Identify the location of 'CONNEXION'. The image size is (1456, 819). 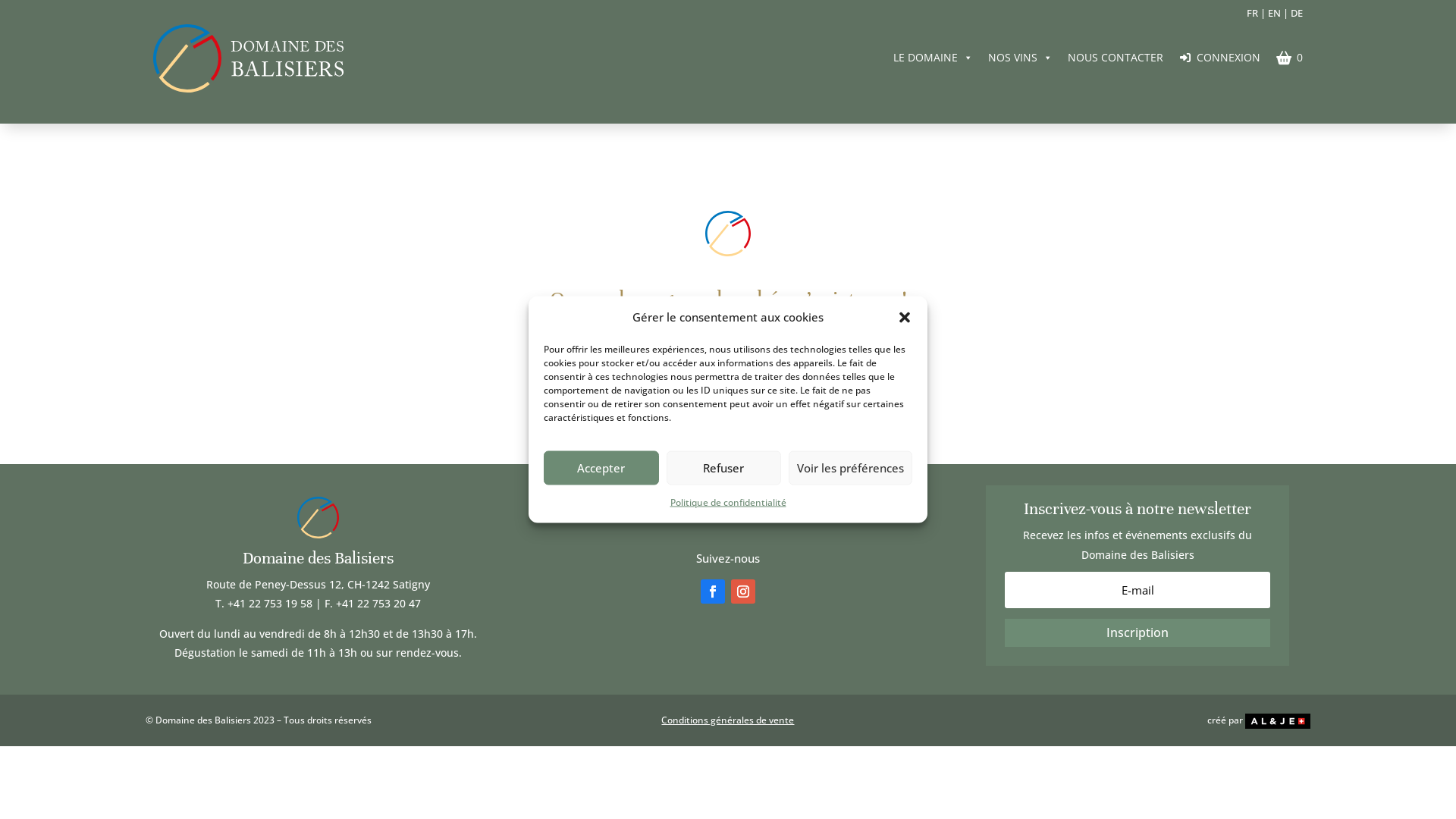
(1219, 55).